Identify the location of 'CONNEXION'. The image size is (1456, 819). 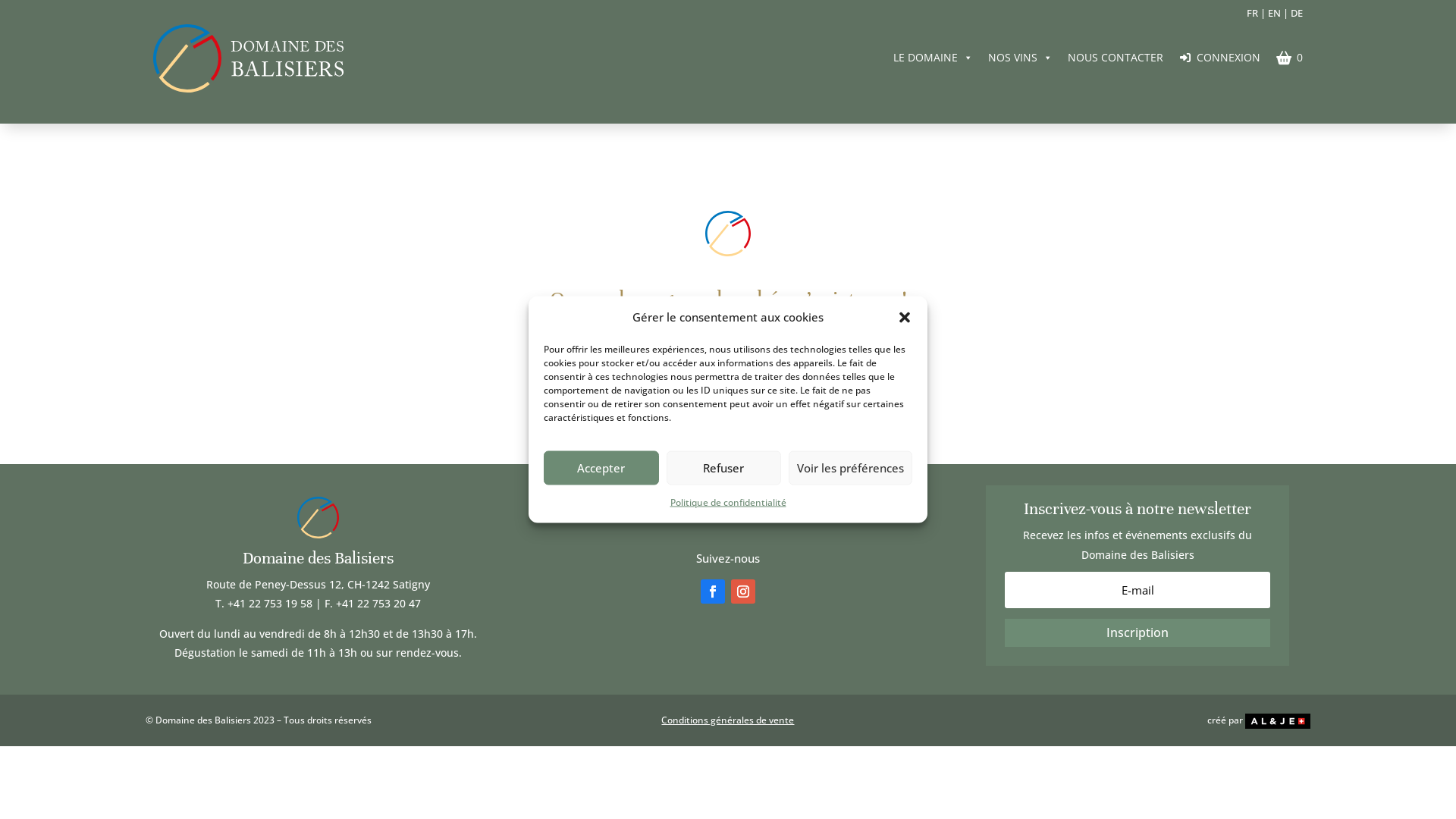
(1219, 55).